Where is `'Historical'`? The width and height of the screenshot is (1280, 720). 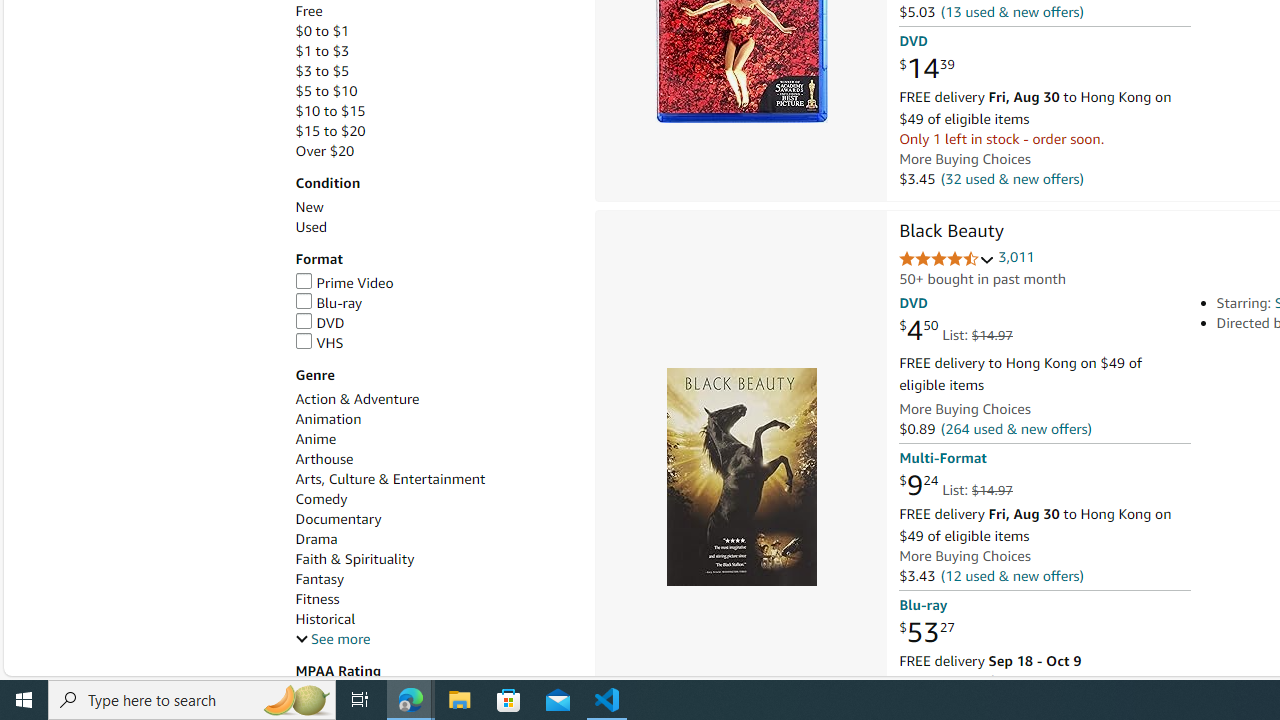
'Historical' is located at coordinates (325, 618).